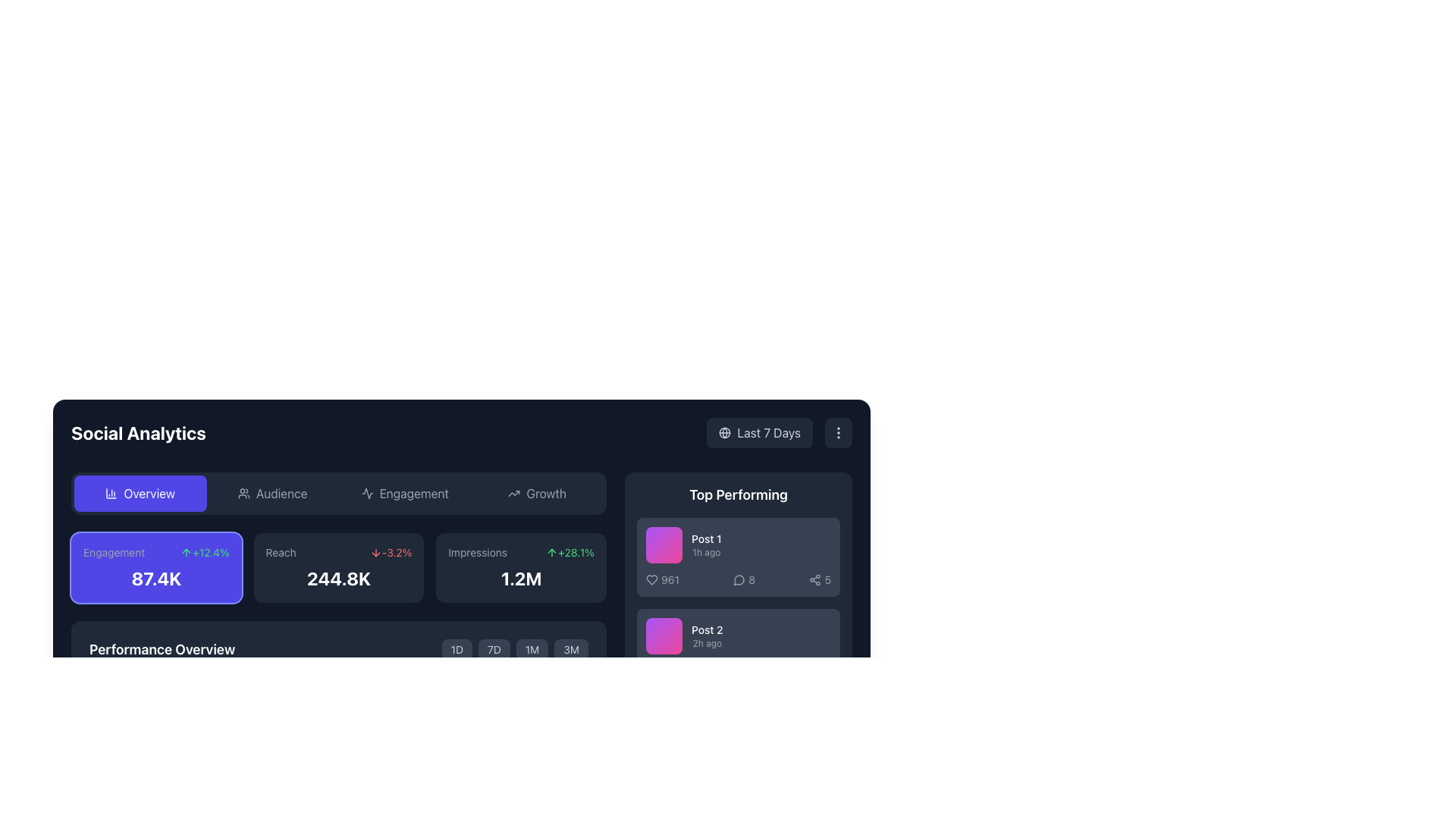  What do you see at coordinates (705, 544) in the screenshot?
I see `the first entry in the 'Top Performing' posts list, which is a Text label group displaying the title and time since posting` at bounding box center [705, 544].